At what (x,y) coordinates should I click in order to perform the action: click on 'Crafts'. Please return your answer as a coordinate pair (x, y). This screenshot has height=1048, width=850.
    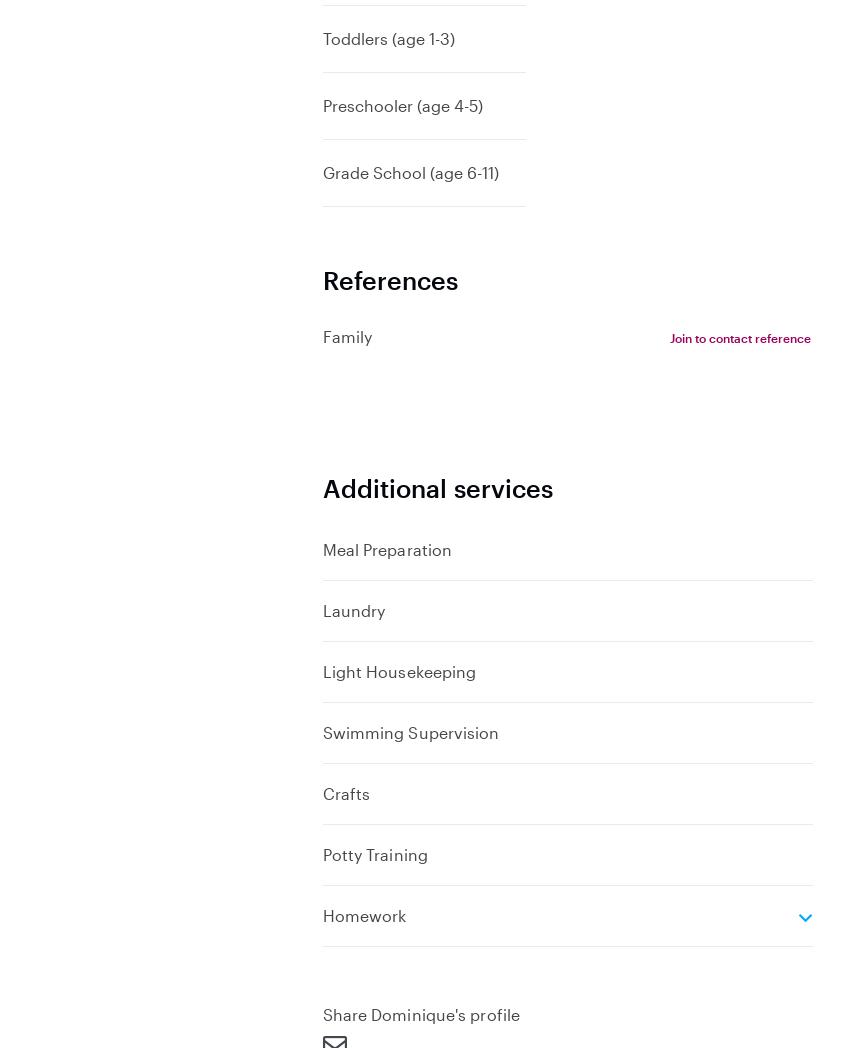
    Looking at the image, I should click on (345, 791).